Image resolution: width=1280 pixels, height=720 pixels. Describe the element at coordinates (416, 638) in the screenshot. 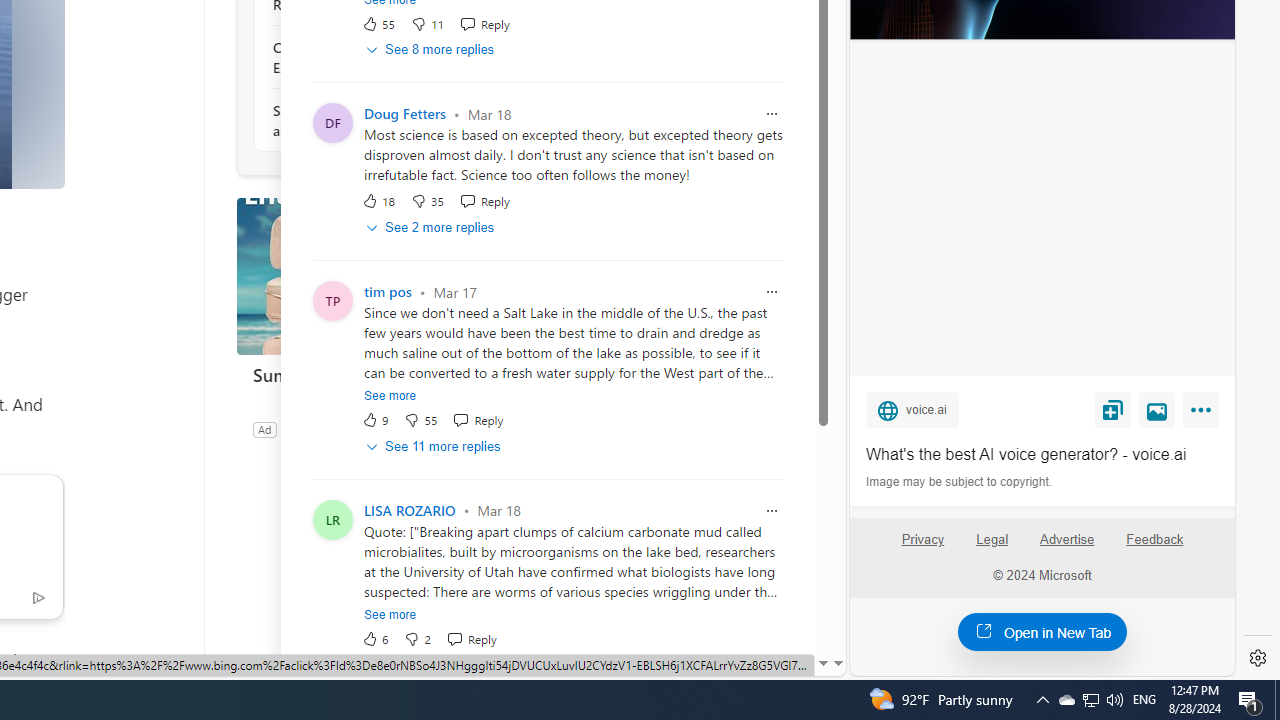

I see `'Dislike'` at that location.